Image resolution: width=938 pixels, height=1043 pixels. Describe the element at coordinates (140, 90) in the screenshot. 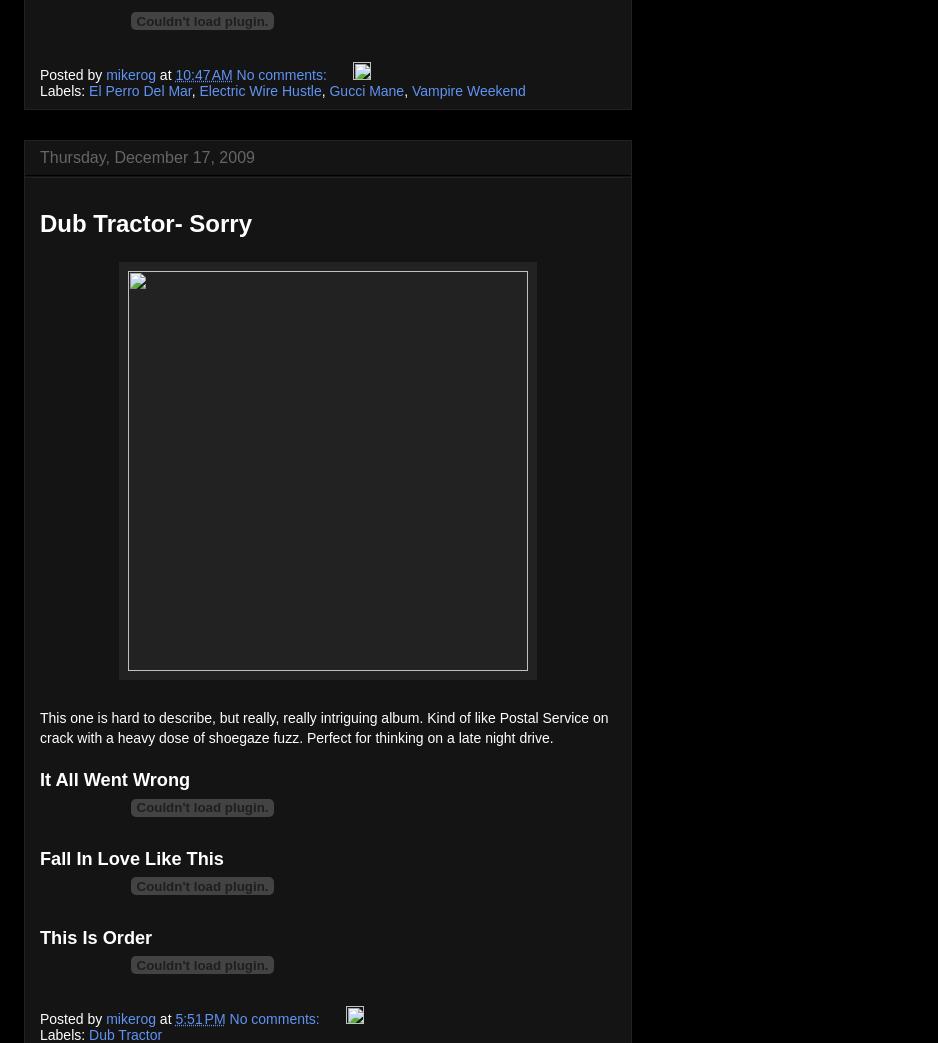

I see `'El Perro Del Mar'` at that location.